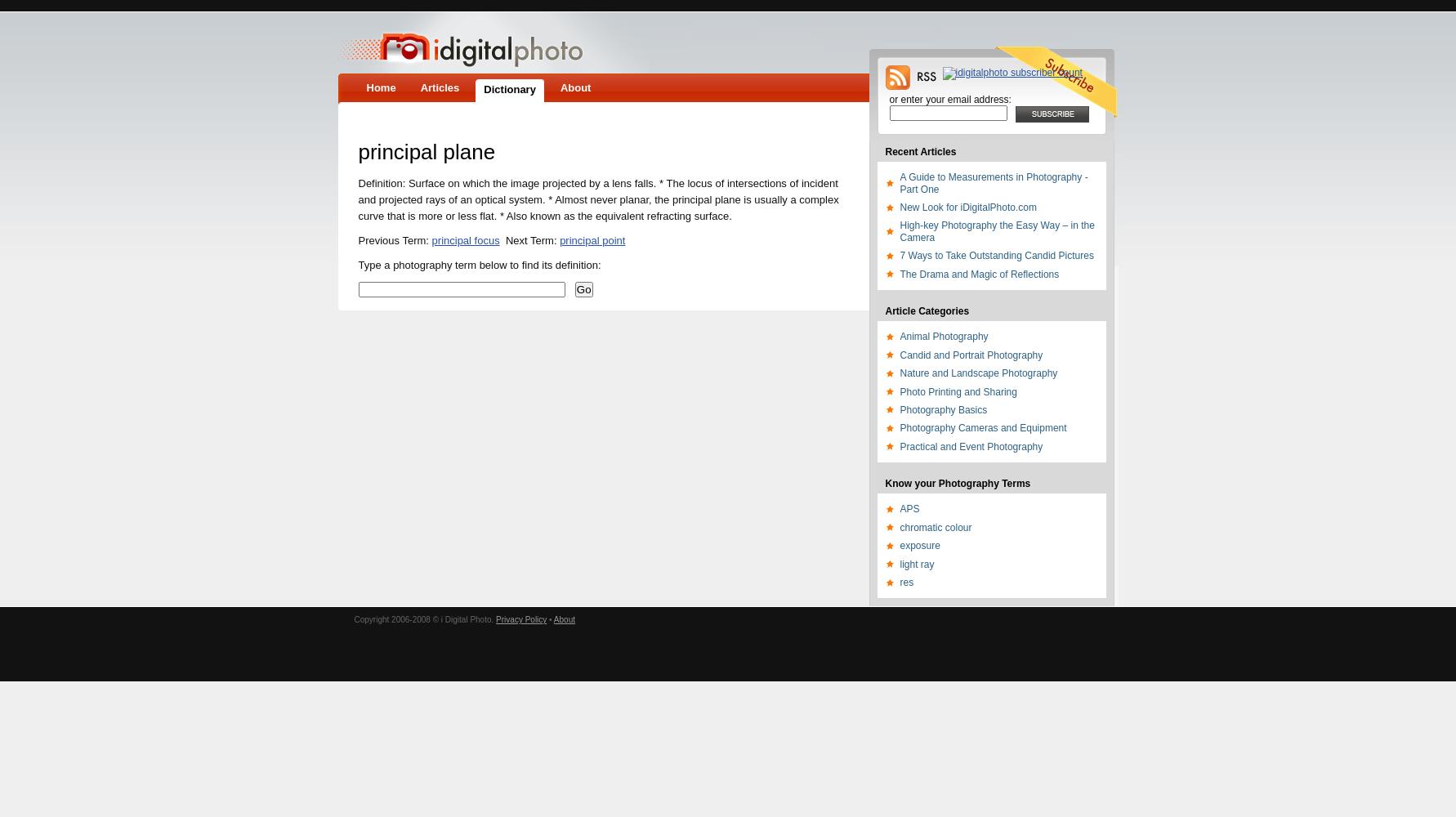 The height and width of the screenshot is (817, 1456). I want to click on 'Type a photography term below to find its definition:', so click(479, 264).